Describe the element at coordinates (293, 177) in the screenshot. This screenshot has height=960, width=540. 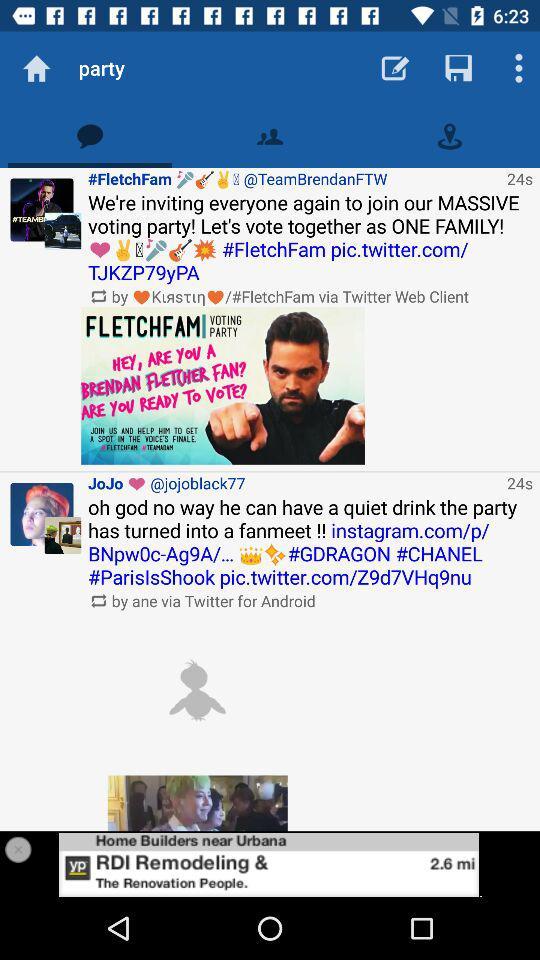
I see `icon above we re inviting` at that location.